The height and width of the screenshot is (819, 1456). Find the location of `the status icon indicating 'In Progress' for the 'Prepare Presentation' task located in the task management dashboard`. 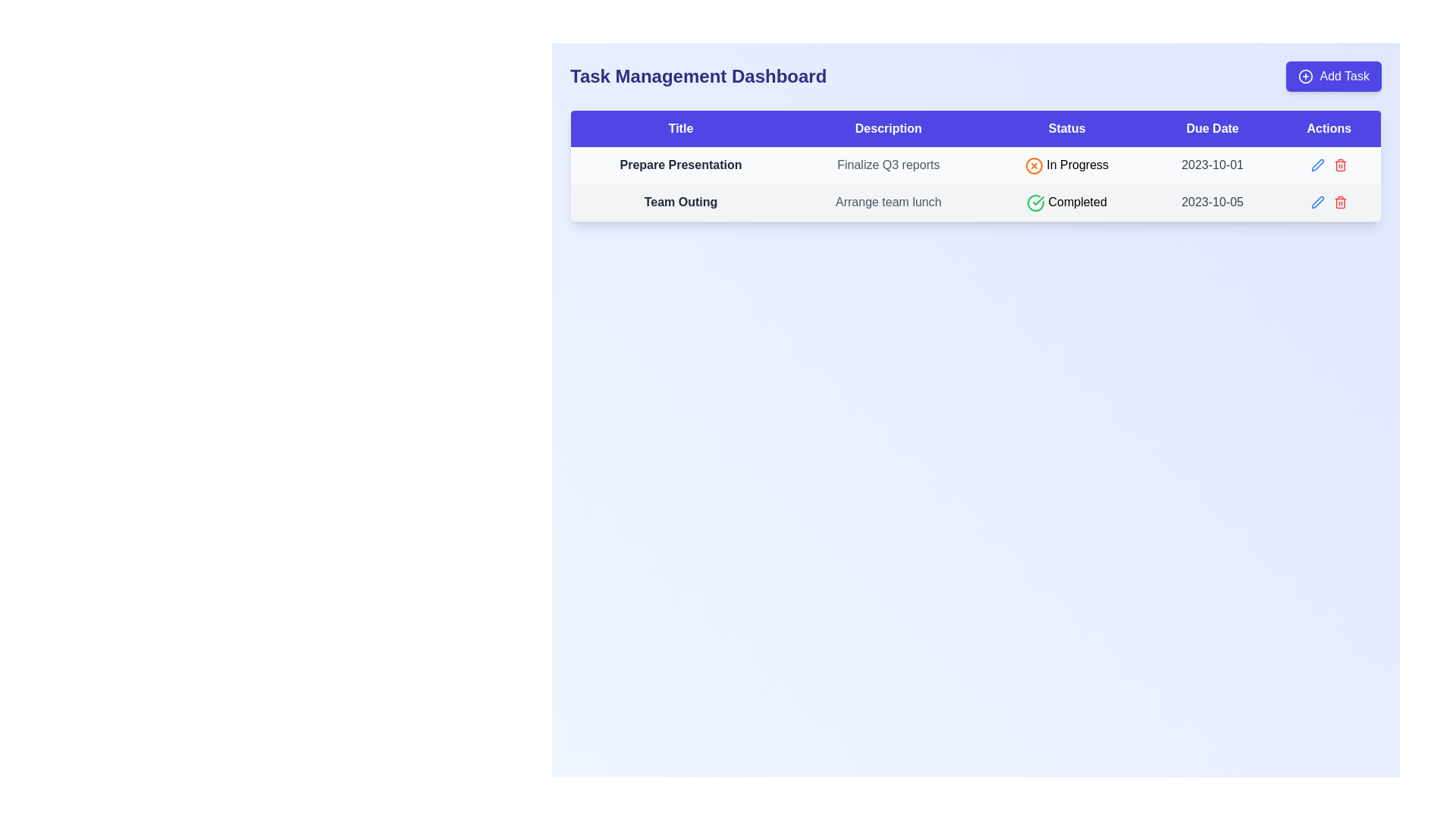

the status icon indicating 'In Progress' for the 'Prepare Presentation' task located in the task management dashboard is located at coordinates (1034, 165).